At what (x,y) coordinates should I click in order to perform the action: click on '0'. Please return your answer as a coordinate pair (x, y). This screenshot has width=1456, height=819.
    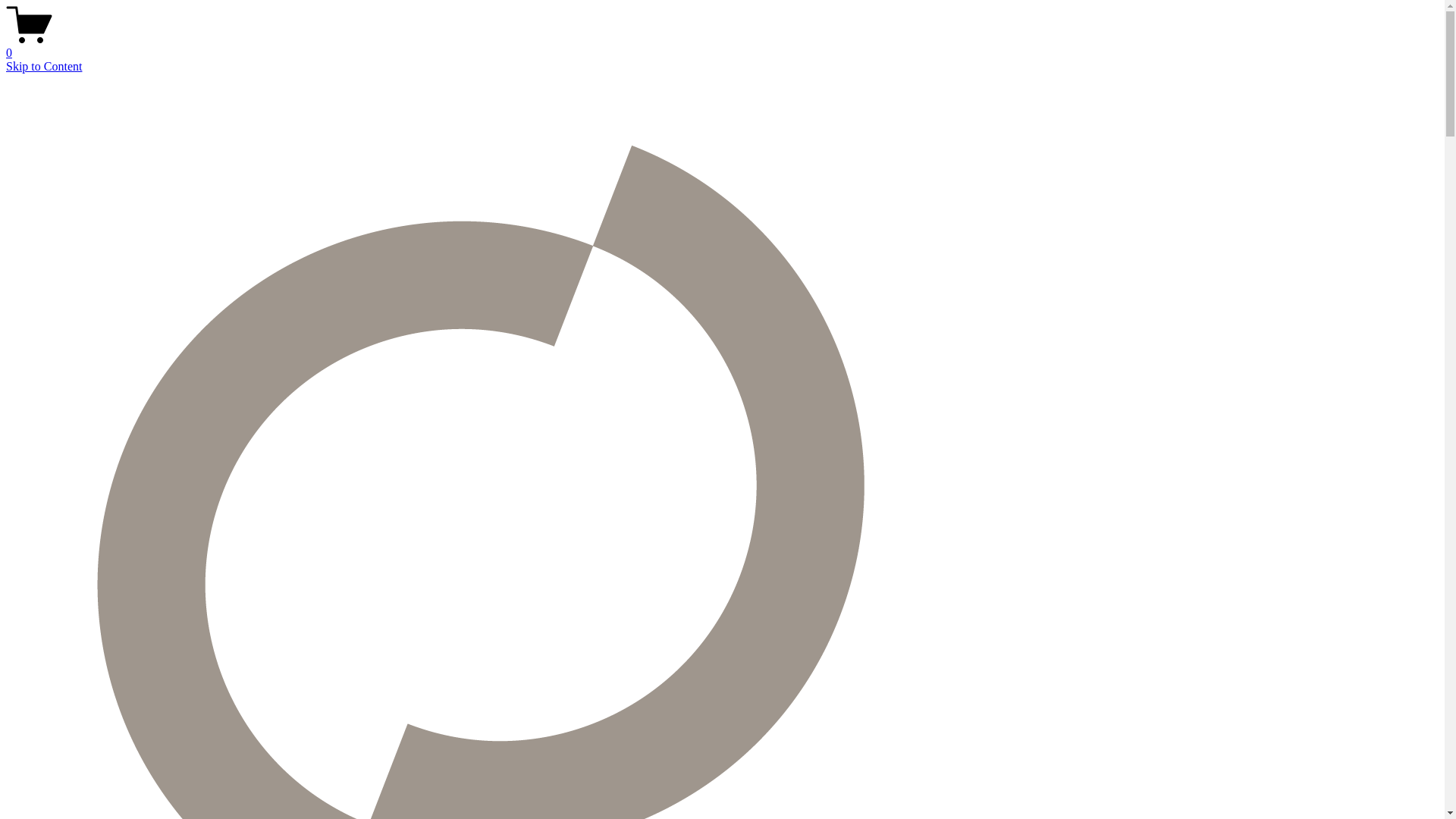
    Looking at the image, I should click on (721, 45).